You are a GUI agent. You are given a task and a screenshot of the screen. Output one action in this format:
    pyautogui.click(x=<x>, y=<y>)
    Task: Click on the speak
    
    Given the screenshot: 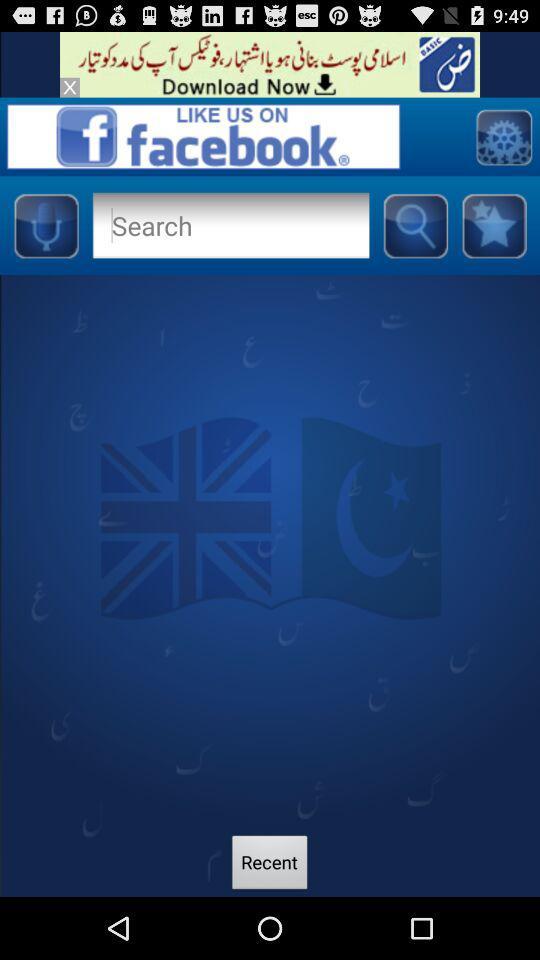 What is the action you would take?
    pyautogui.click(x=45, y=225)
    